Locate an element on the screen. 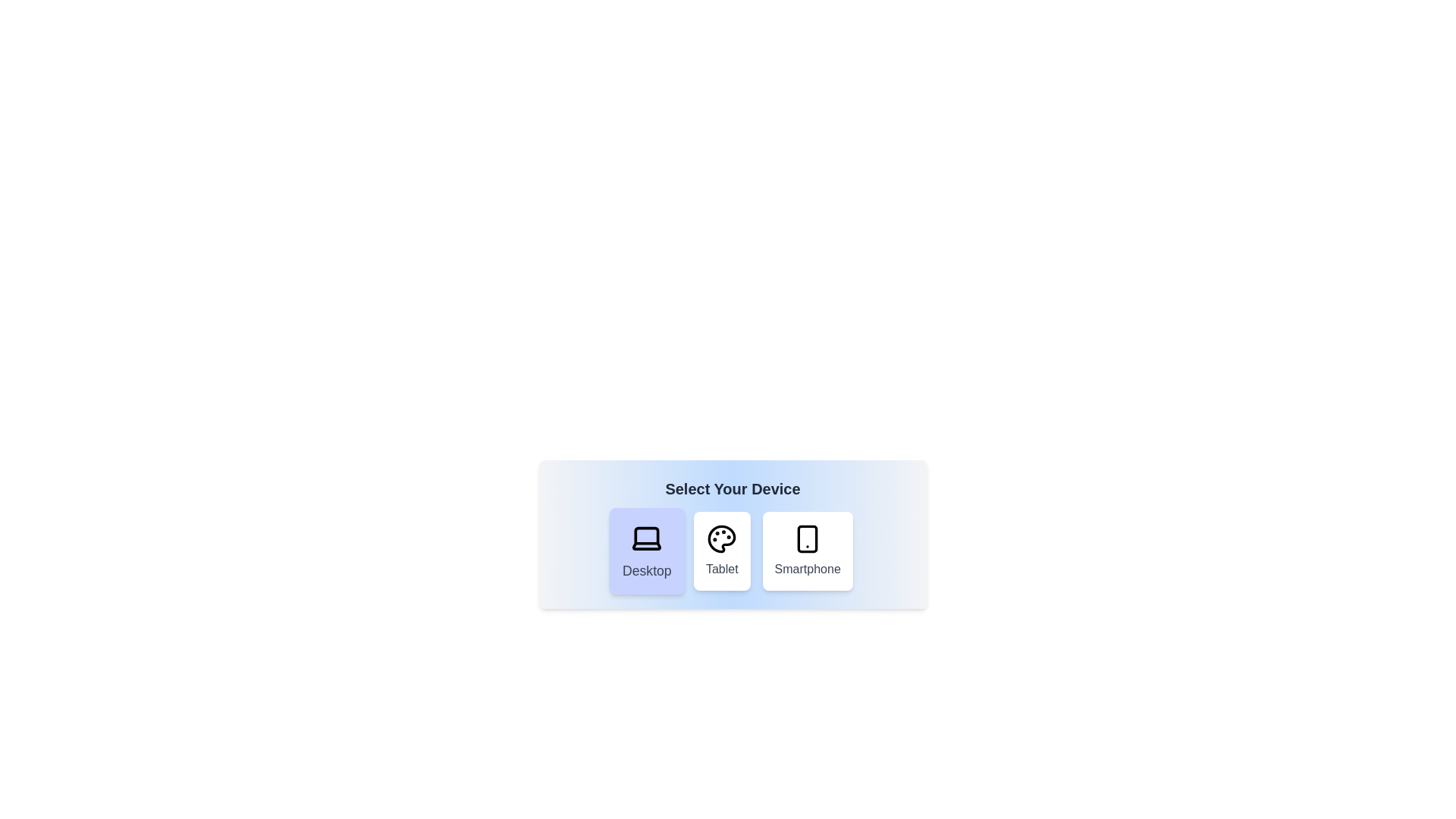 The width and height of the screenshot is (1456, 819). the 'Tablet' button, which is the second button in the 'Select Your Device' section. It has a white background, rounded shape, and a palette icon above the label is located at coordinates (733, 551).